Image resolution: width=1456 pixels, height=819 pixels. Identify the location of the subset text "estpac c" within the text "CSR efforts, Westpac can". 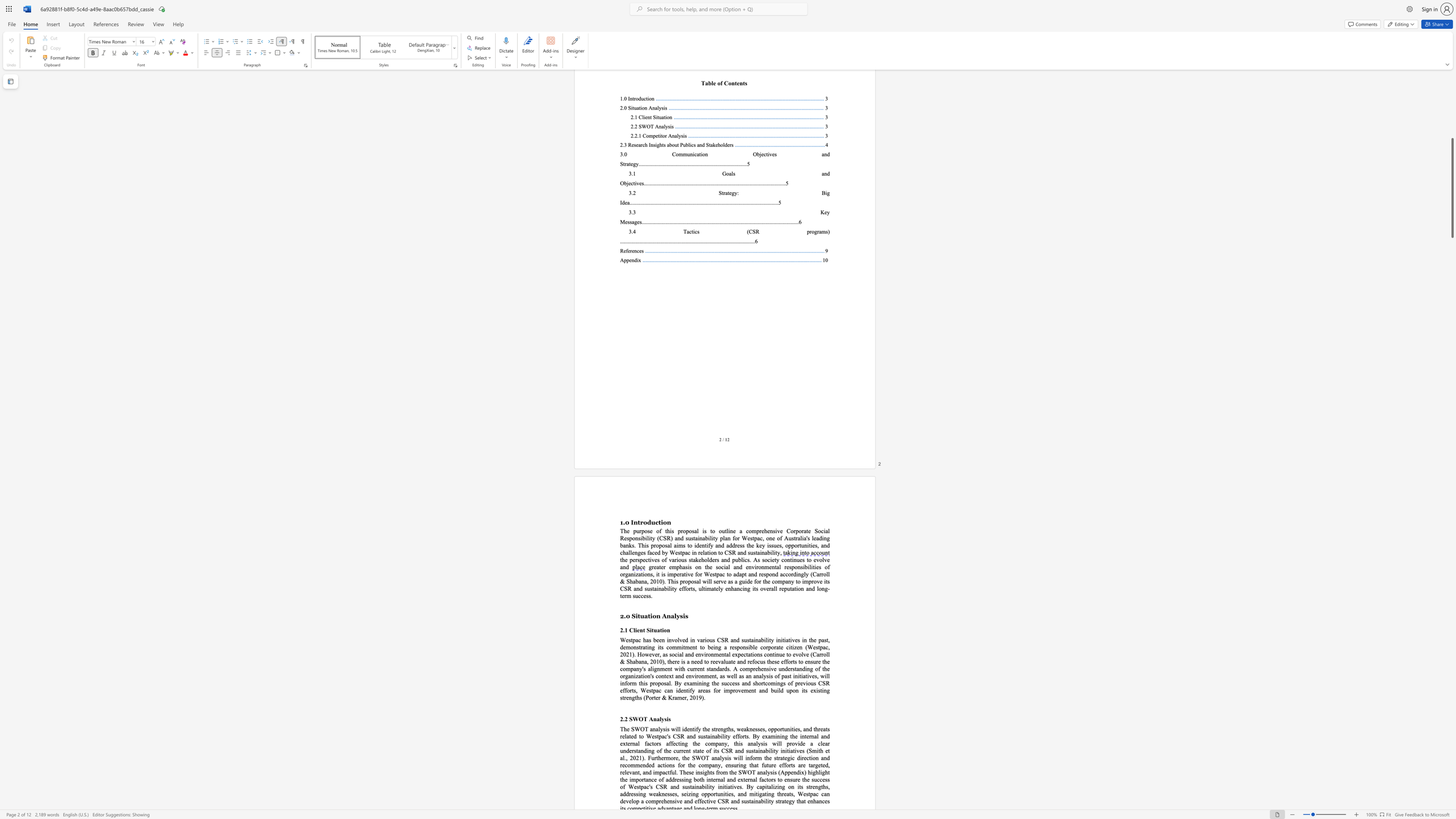
(645, 691).